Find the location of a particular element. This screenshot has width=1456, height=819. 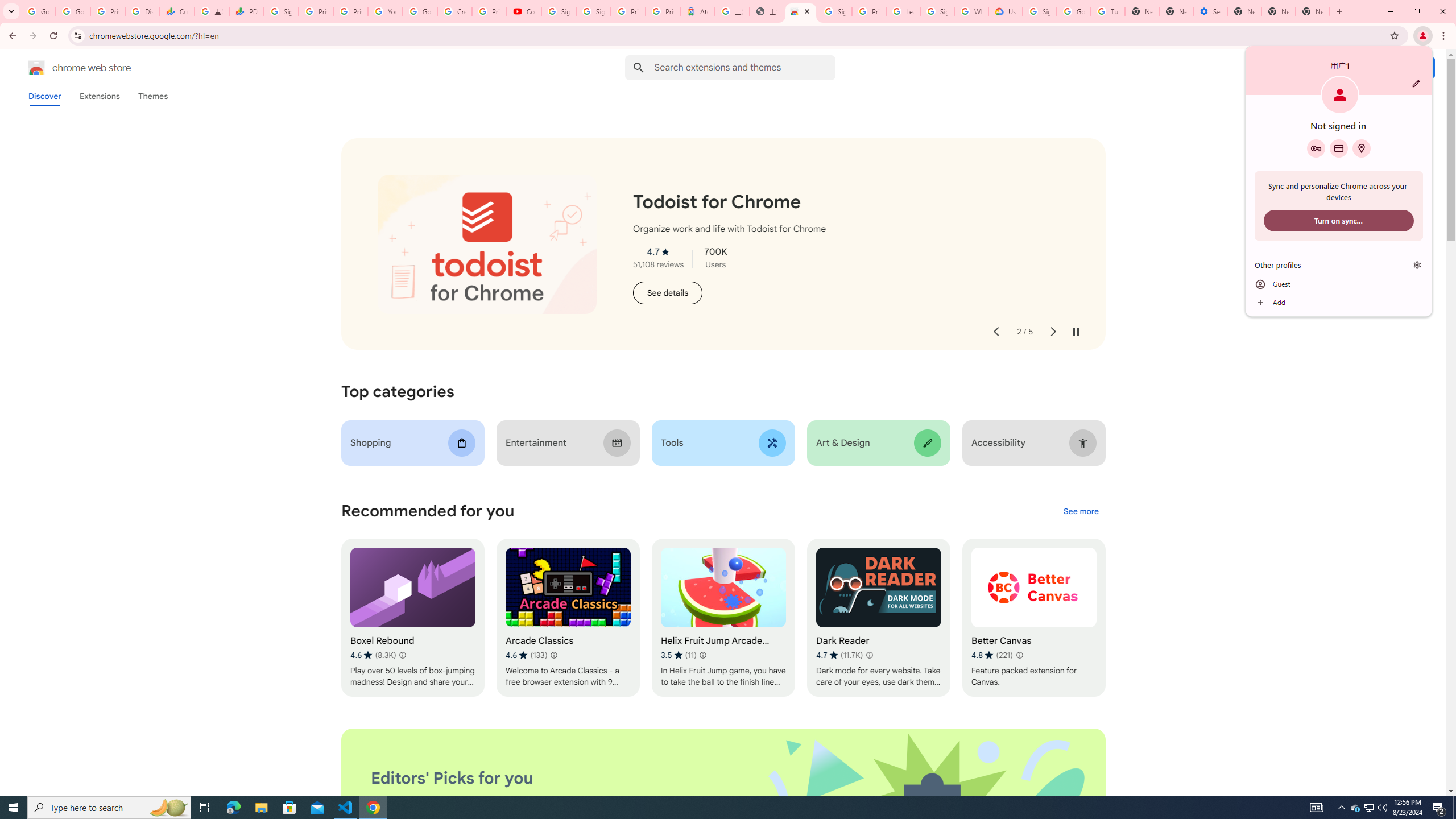

'Payment methods' is located at coordinates (1338, 148).